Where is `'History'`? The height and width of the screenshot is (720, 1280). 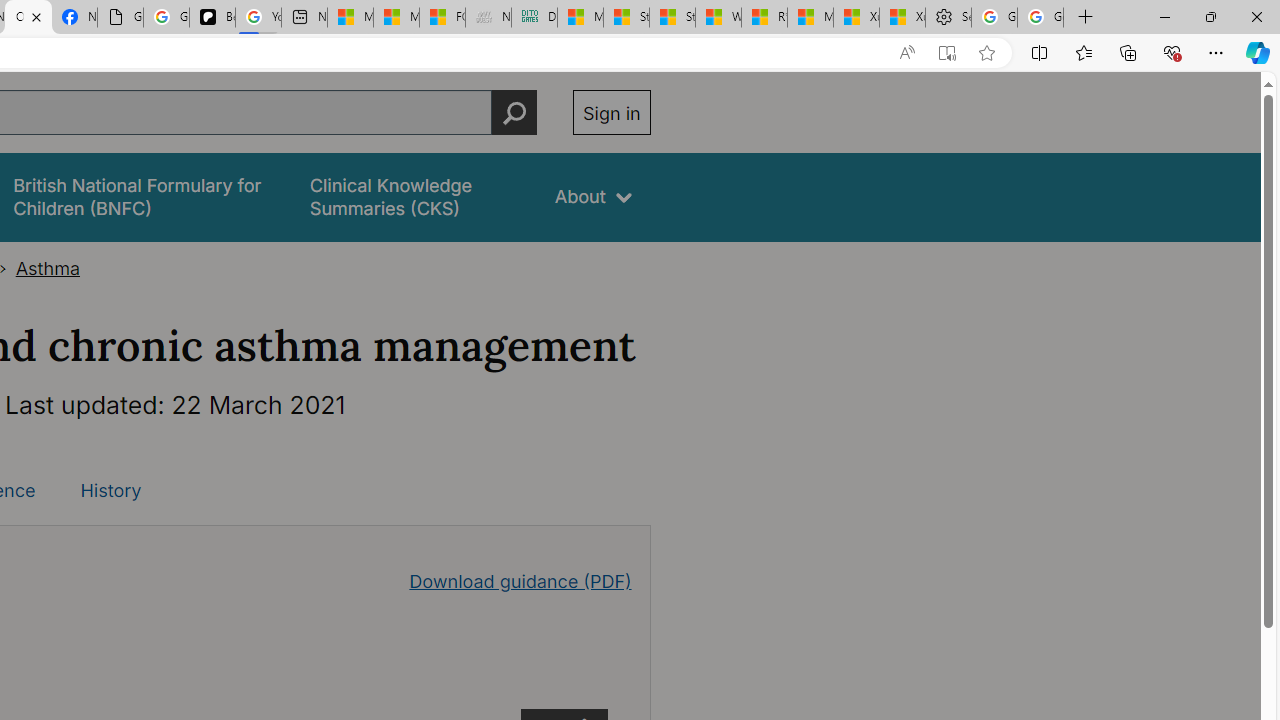 'History' is located at coordinates (109, 491).